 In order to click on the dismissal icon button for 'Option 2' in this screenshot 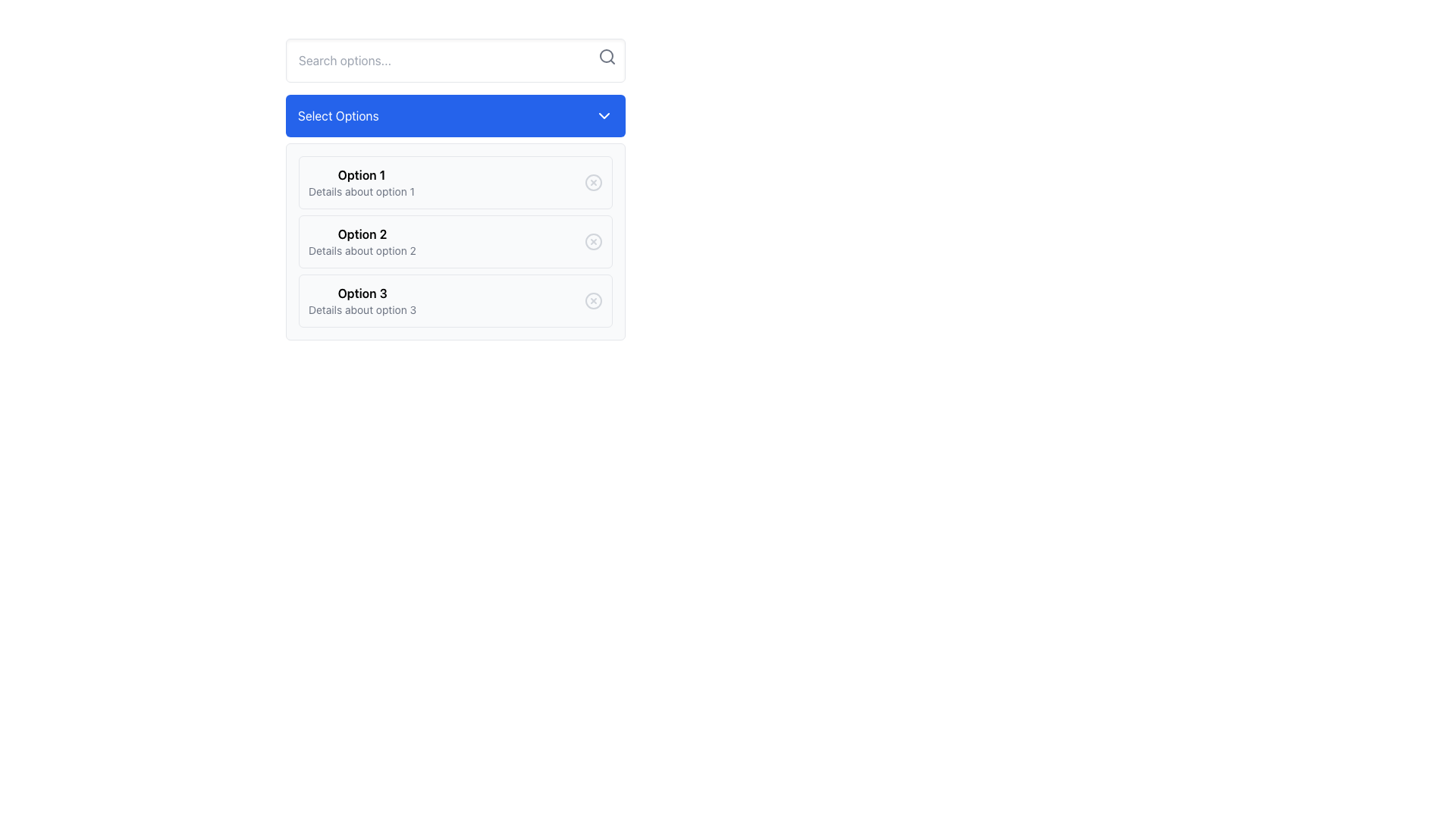, I will do `click(592, 241)`.